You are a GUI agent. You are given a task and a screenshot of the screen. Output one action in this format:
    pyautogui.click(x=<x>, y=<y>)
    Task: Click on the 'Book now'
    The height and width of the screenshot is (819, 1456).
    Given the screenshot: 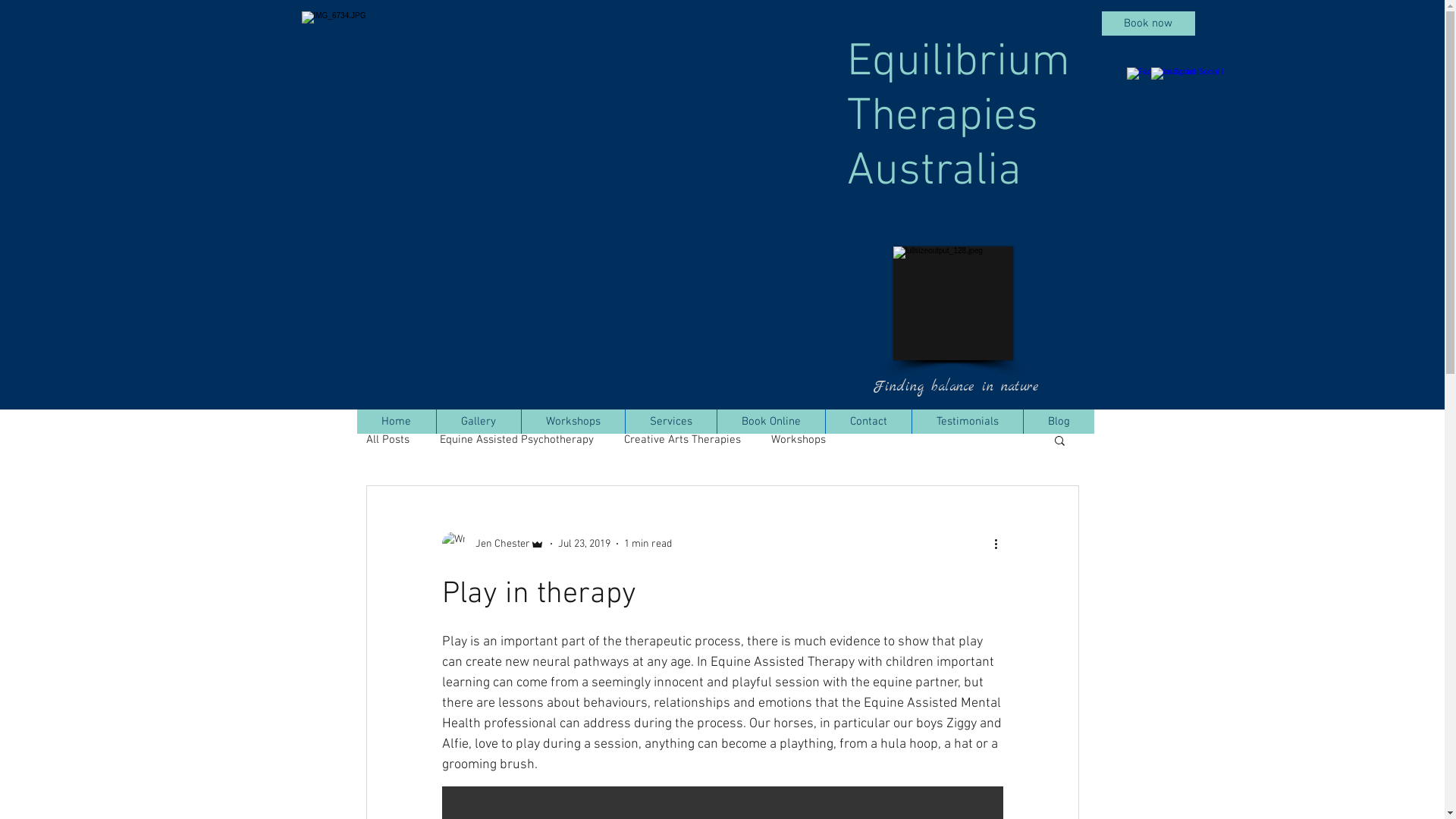 What is the action you would take?
    pyautogui.click(x=1147, y=23)
    